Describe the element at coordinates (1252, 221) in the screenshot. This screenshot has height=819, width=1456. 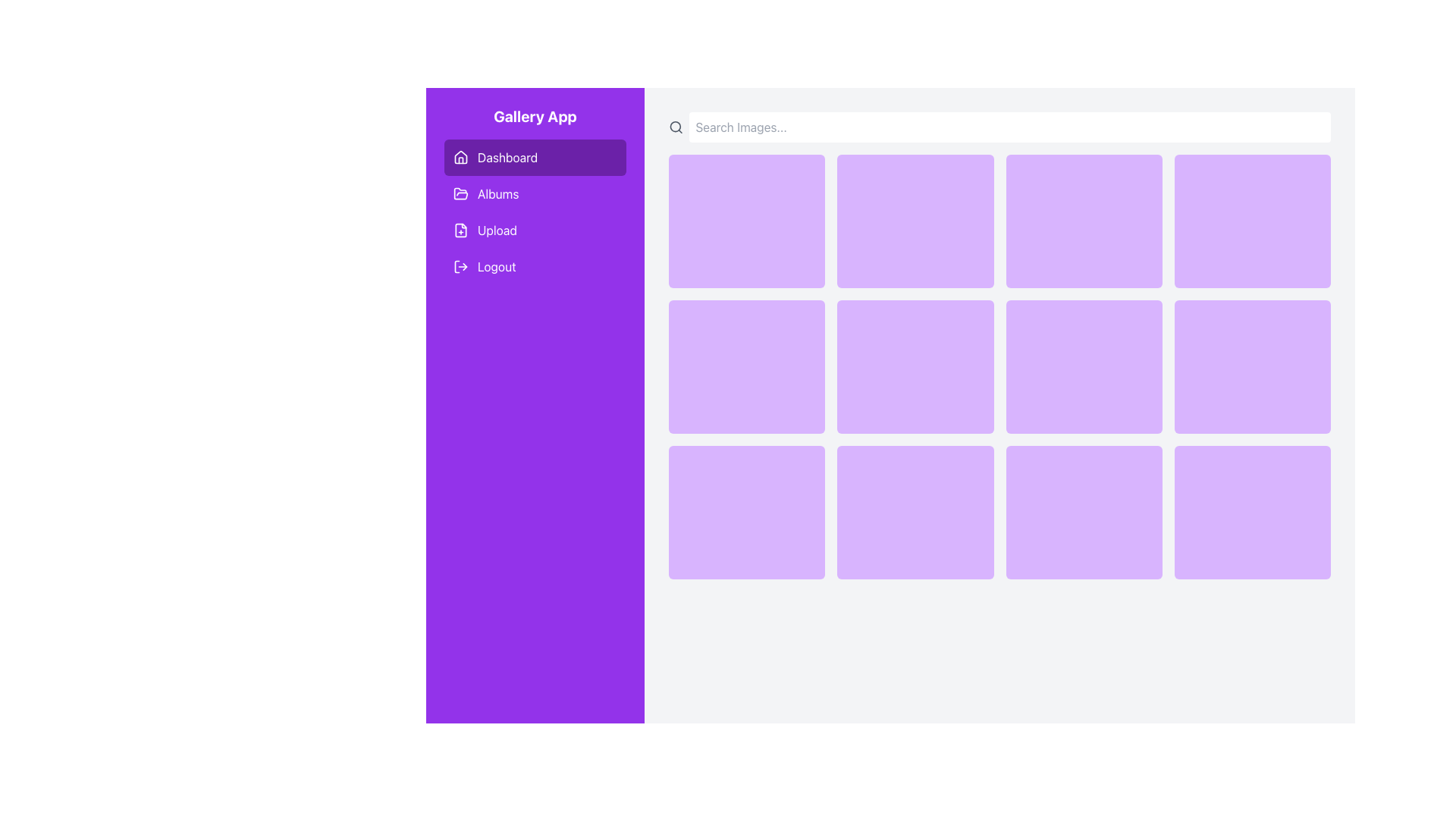
I see `the light purple rectangular tile with rounded corners, which is the fourth tile in the first row of a 4-column grid layout` at that location.